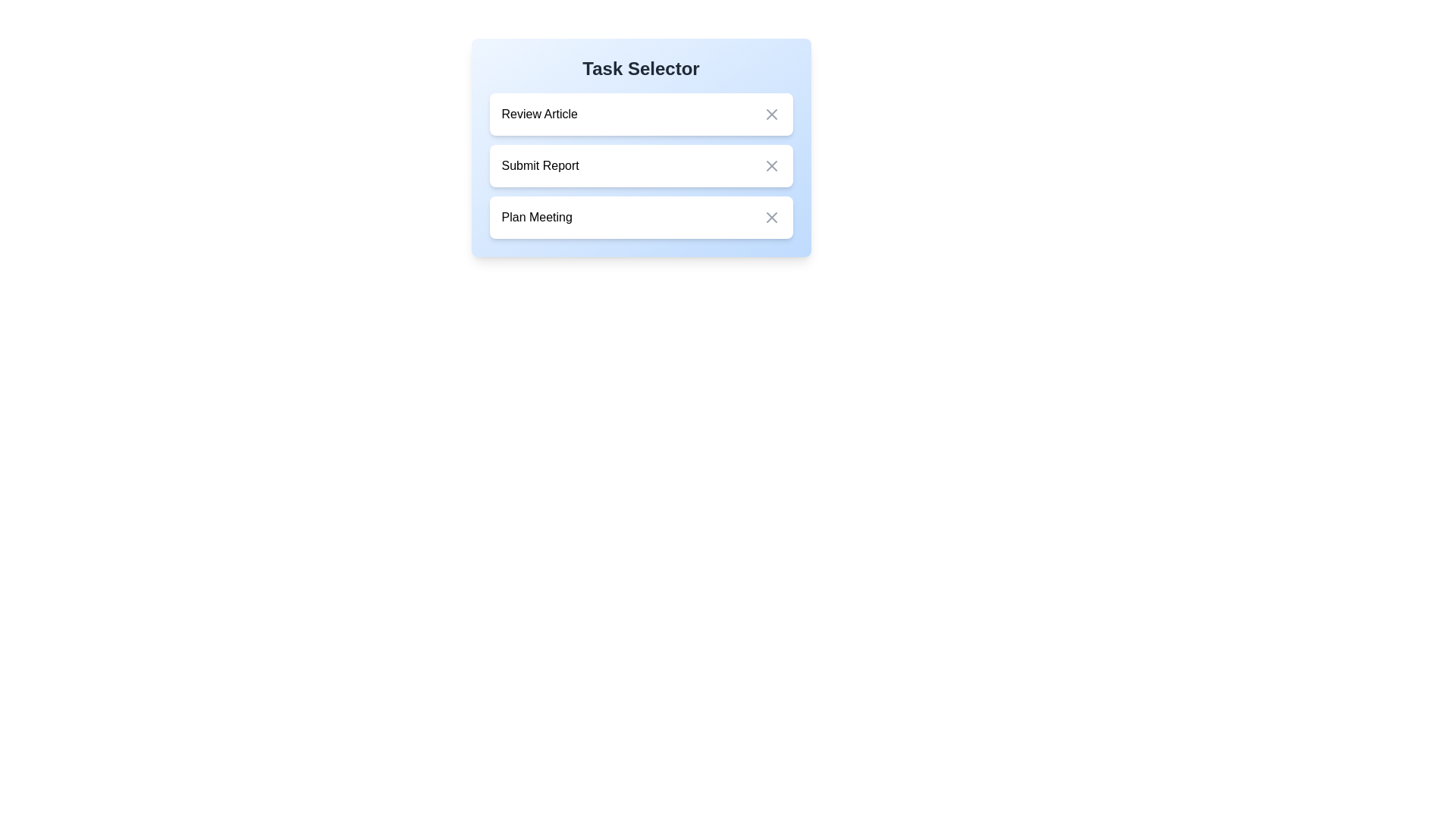  Describe the element at coordinates (641, 69) in the screenshot. I see `the 'Task Selector' static text label, which is prominently displayed at the top of a light blue panel and serves as the heading for the options below it` at that location.